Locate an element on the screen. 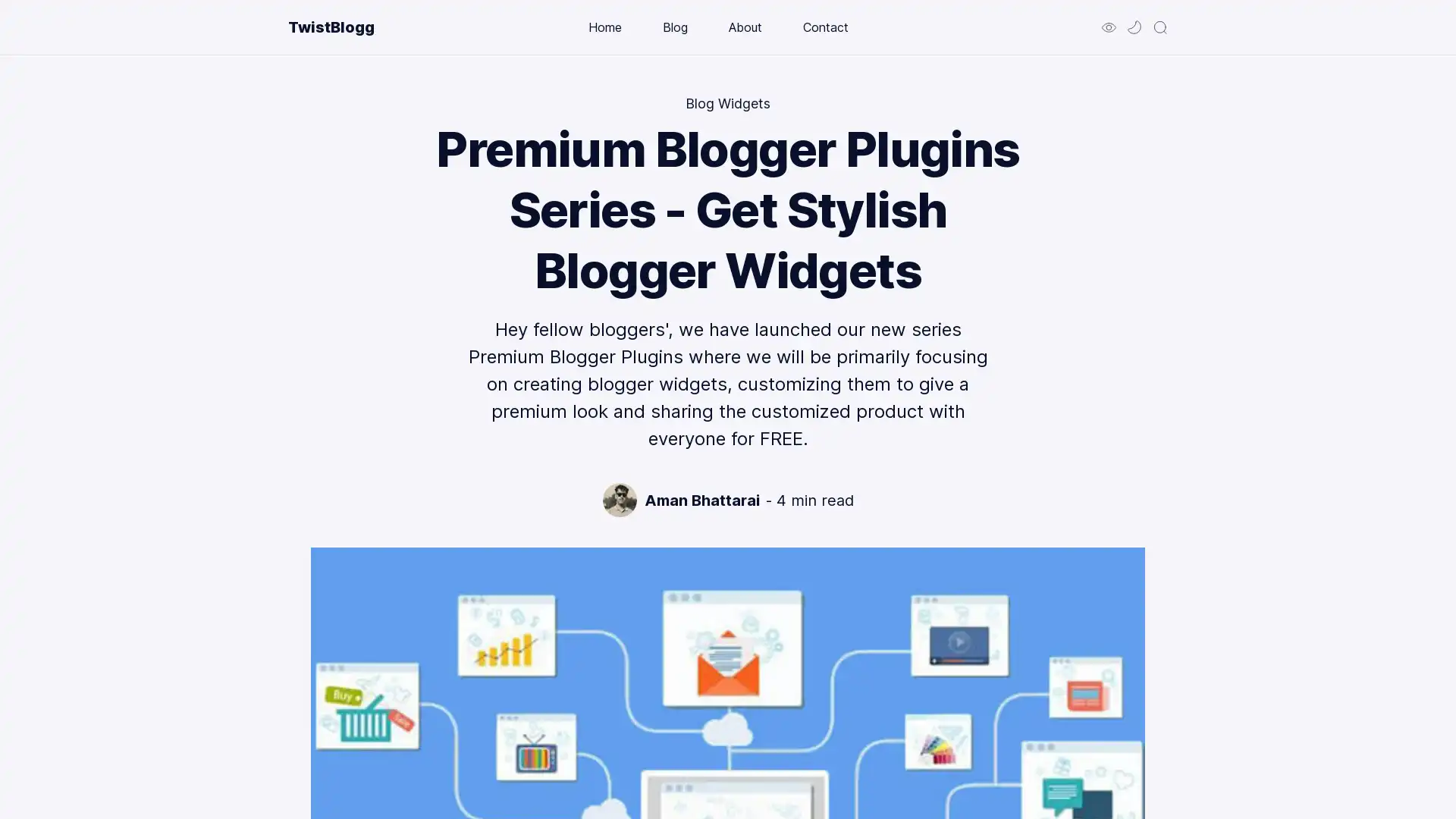  Readmode is located at coordinates (1109, 27).